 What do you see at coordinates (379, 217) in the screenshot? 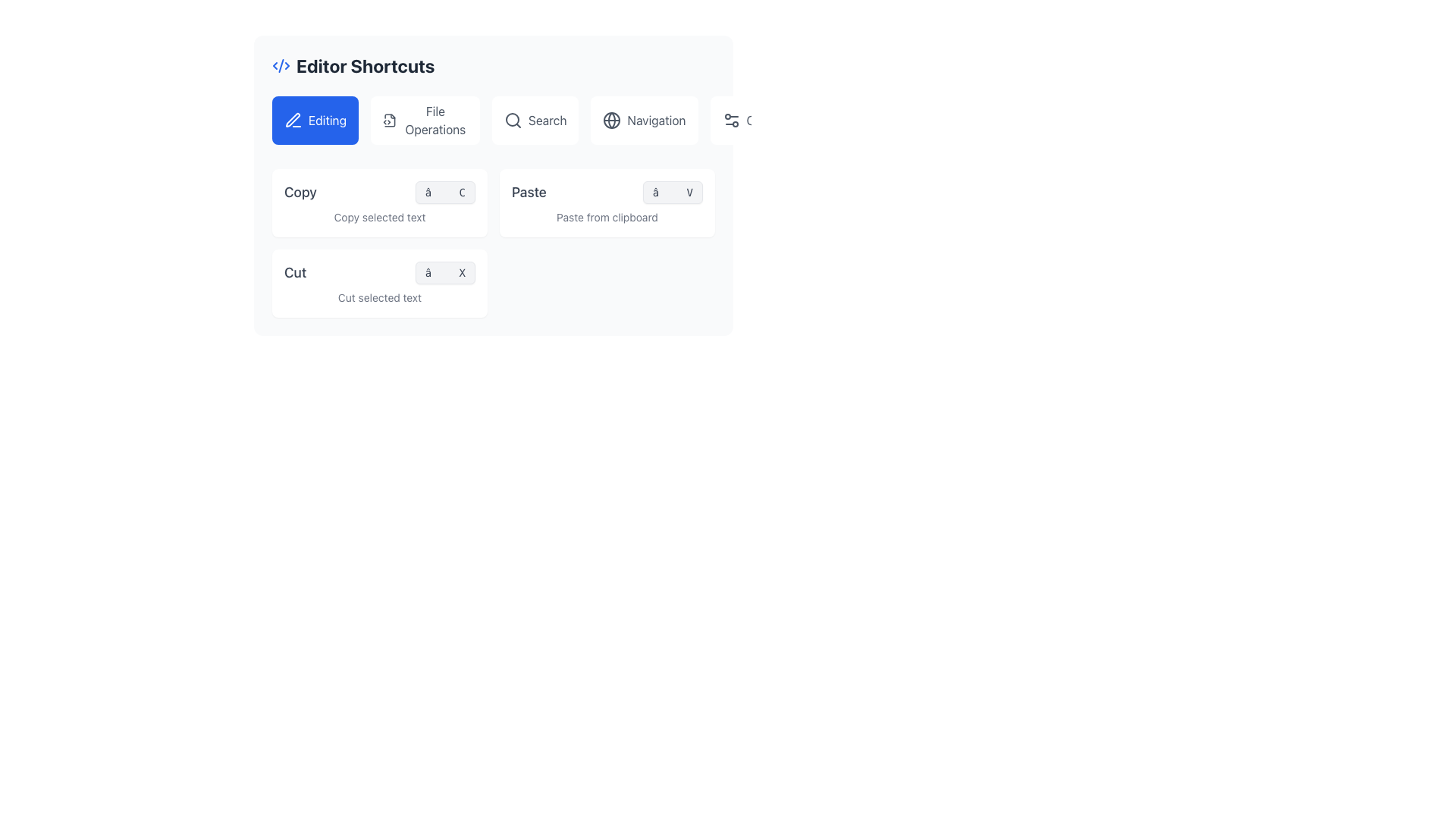
I see `the Text Label that indicates the functionality of the copy action, located below the 'Copy' headline and under the shorthand icon '⌘ C'` at bounding box center [379, 217].